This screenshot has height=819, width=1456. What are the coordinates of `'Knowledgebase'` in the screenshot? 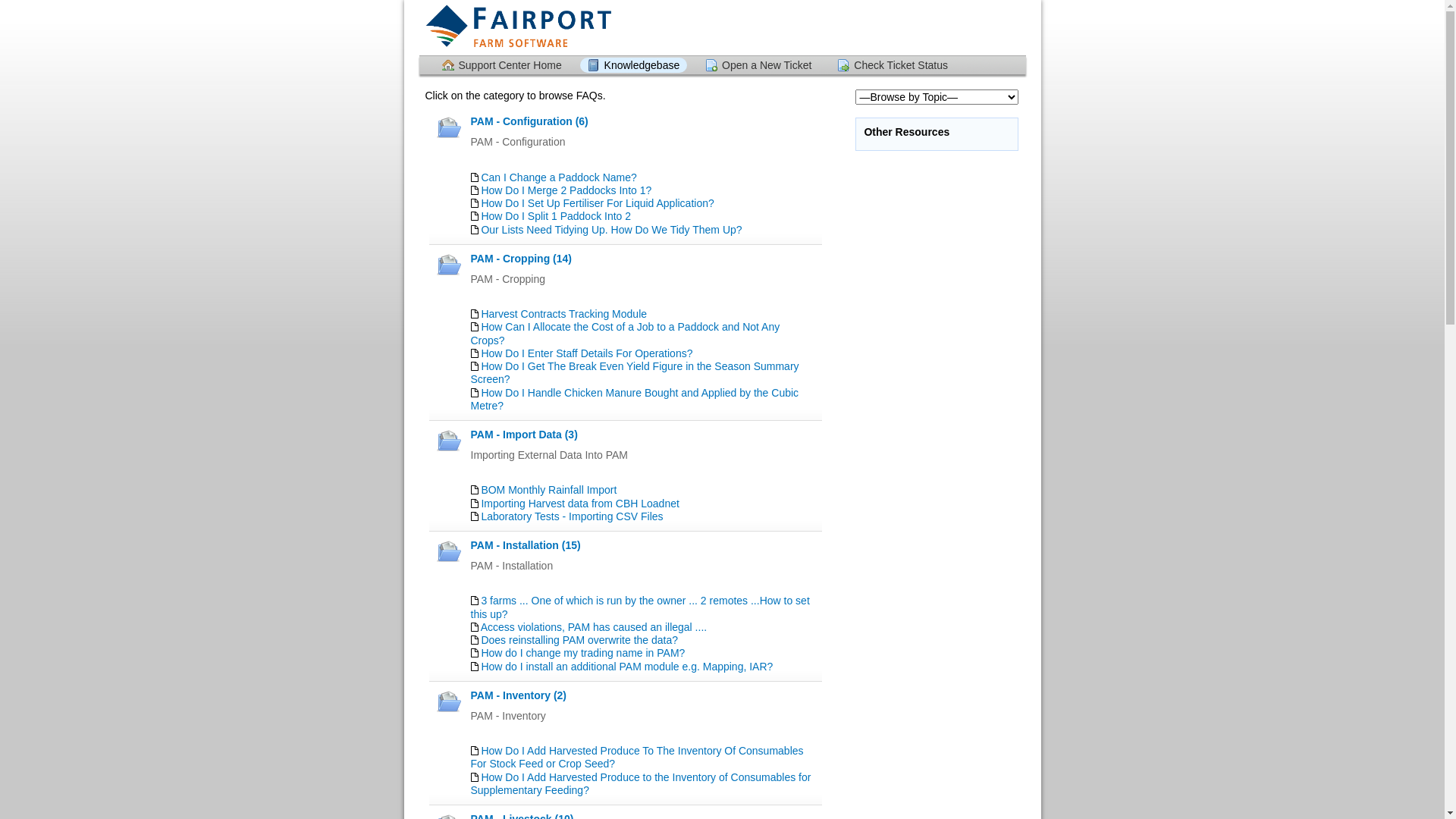 It's located at (633, 64).